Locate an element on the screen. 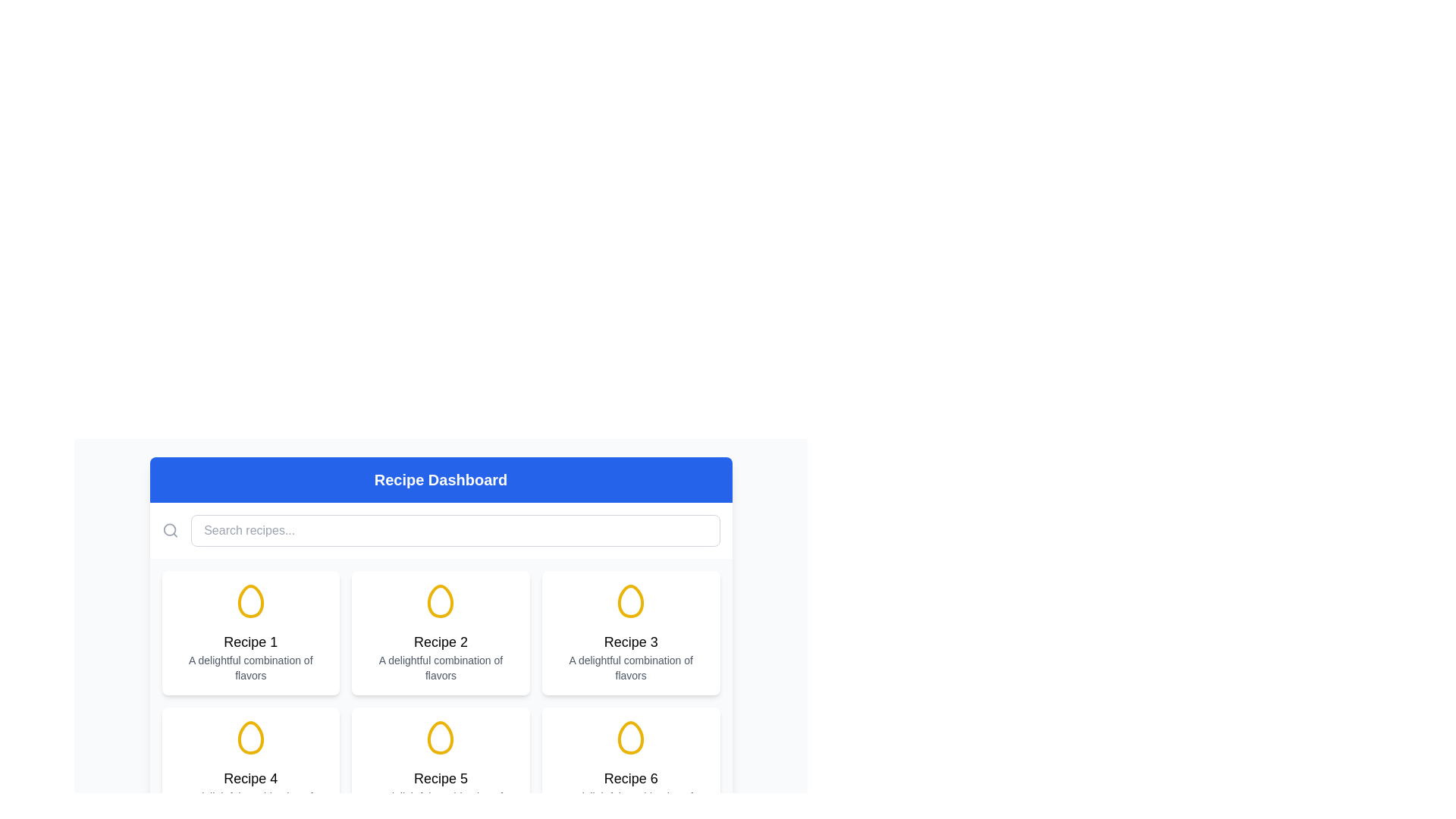  the circular shape of the search icon located in the top left corner of the header bar is located at coordinates (169, 529).